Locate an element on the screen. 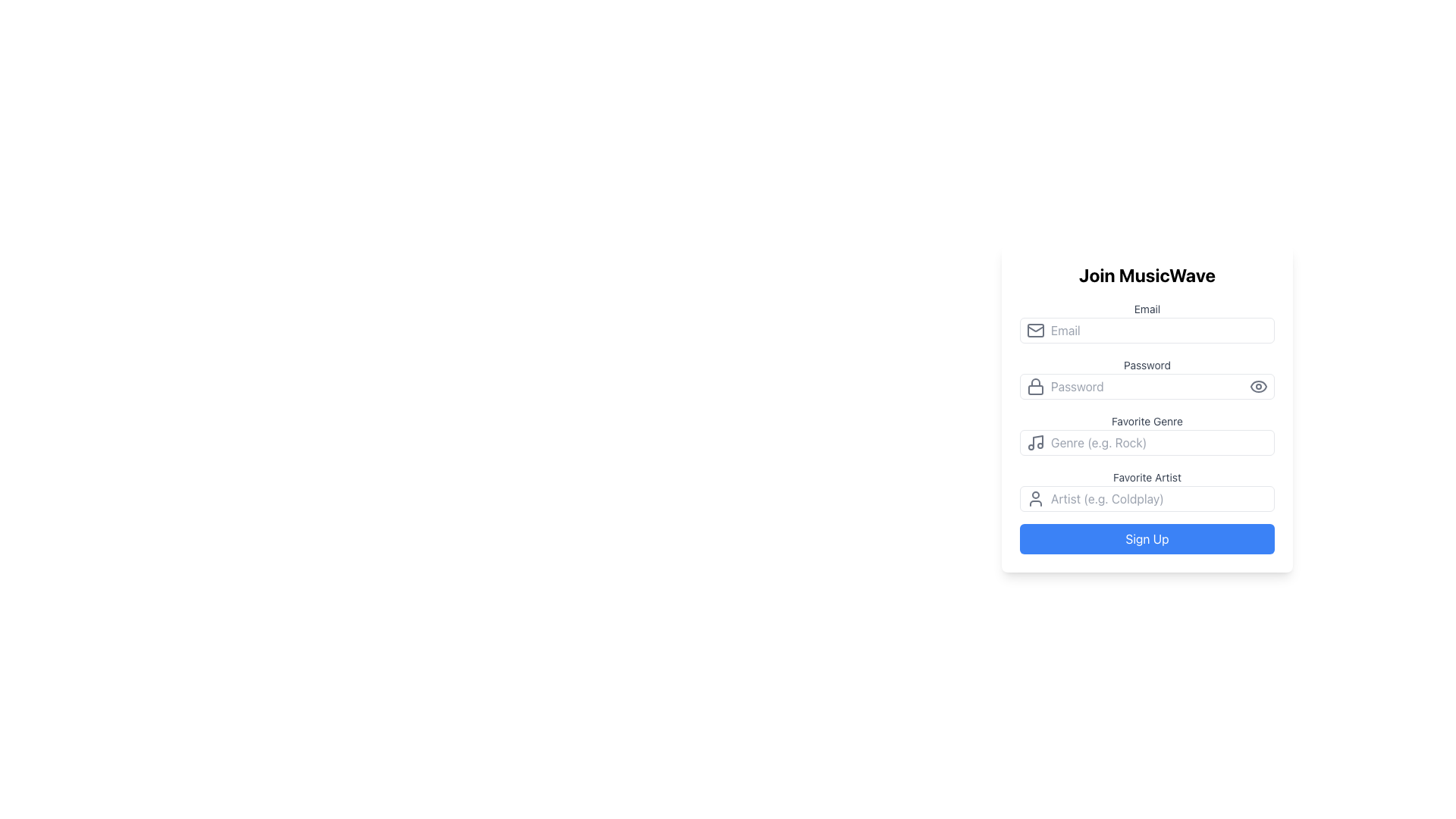  the 'Sign Up' button, which is a wide rectangular button with rounded corners and a vibrant blue background, to change its color is located at coordinates (1147, 538).